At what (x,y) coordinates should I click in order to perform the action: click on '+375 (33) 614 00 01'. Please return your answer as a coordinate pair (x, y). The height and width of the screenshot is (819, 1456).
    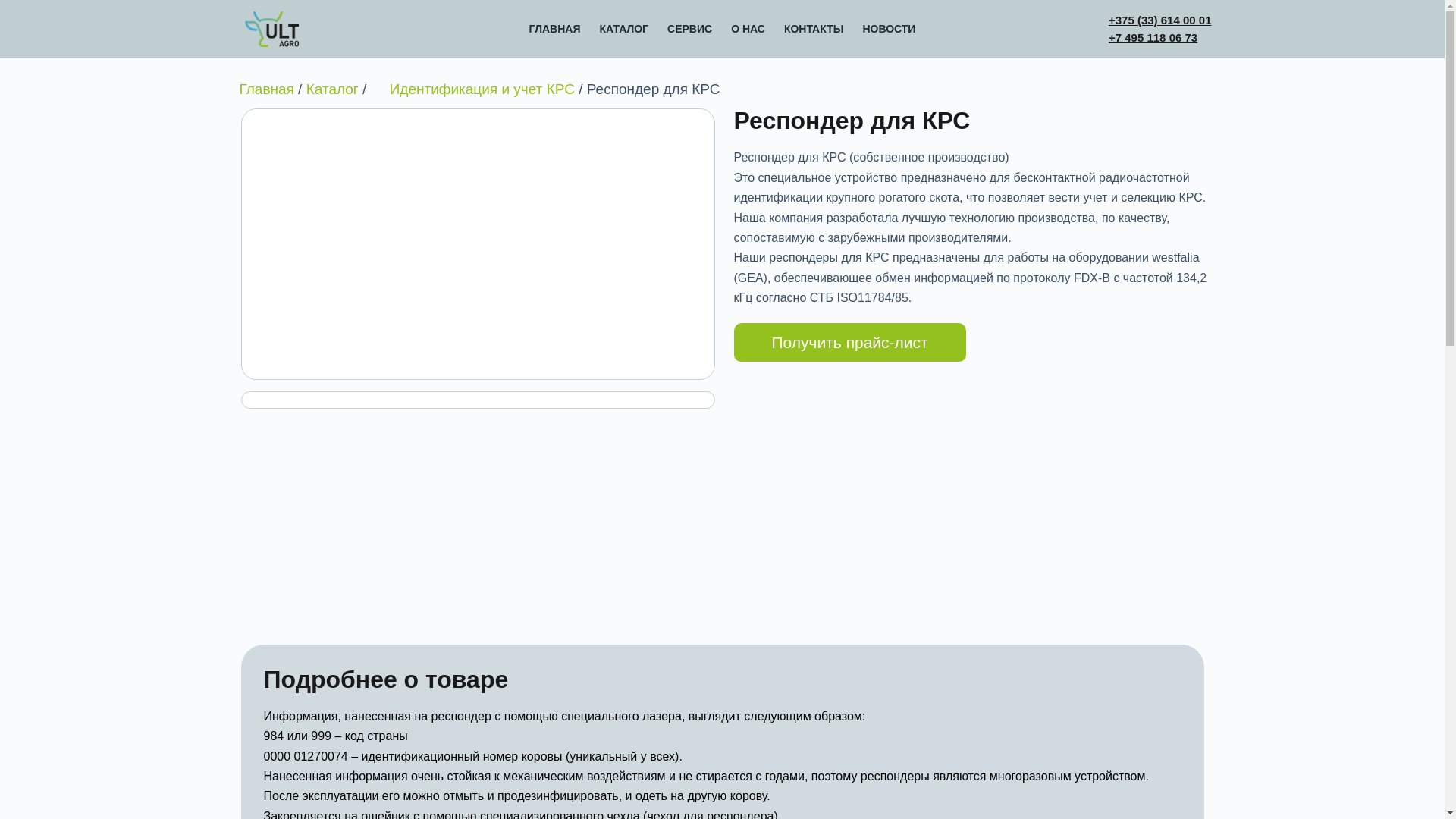
    Looking at the image, I should click on (1109, 20).